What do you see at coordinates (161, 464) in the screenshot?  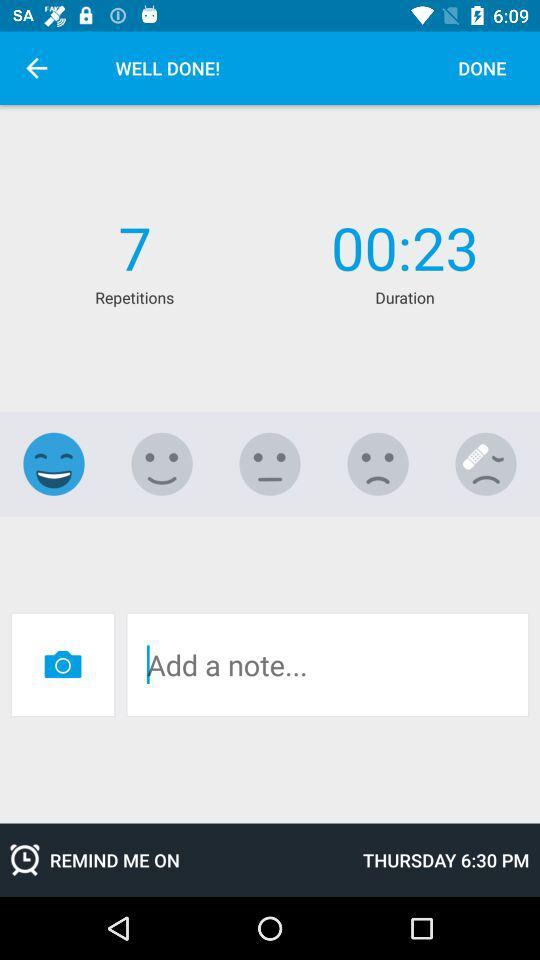 I see `happy option` at bounding box center [161, 464].